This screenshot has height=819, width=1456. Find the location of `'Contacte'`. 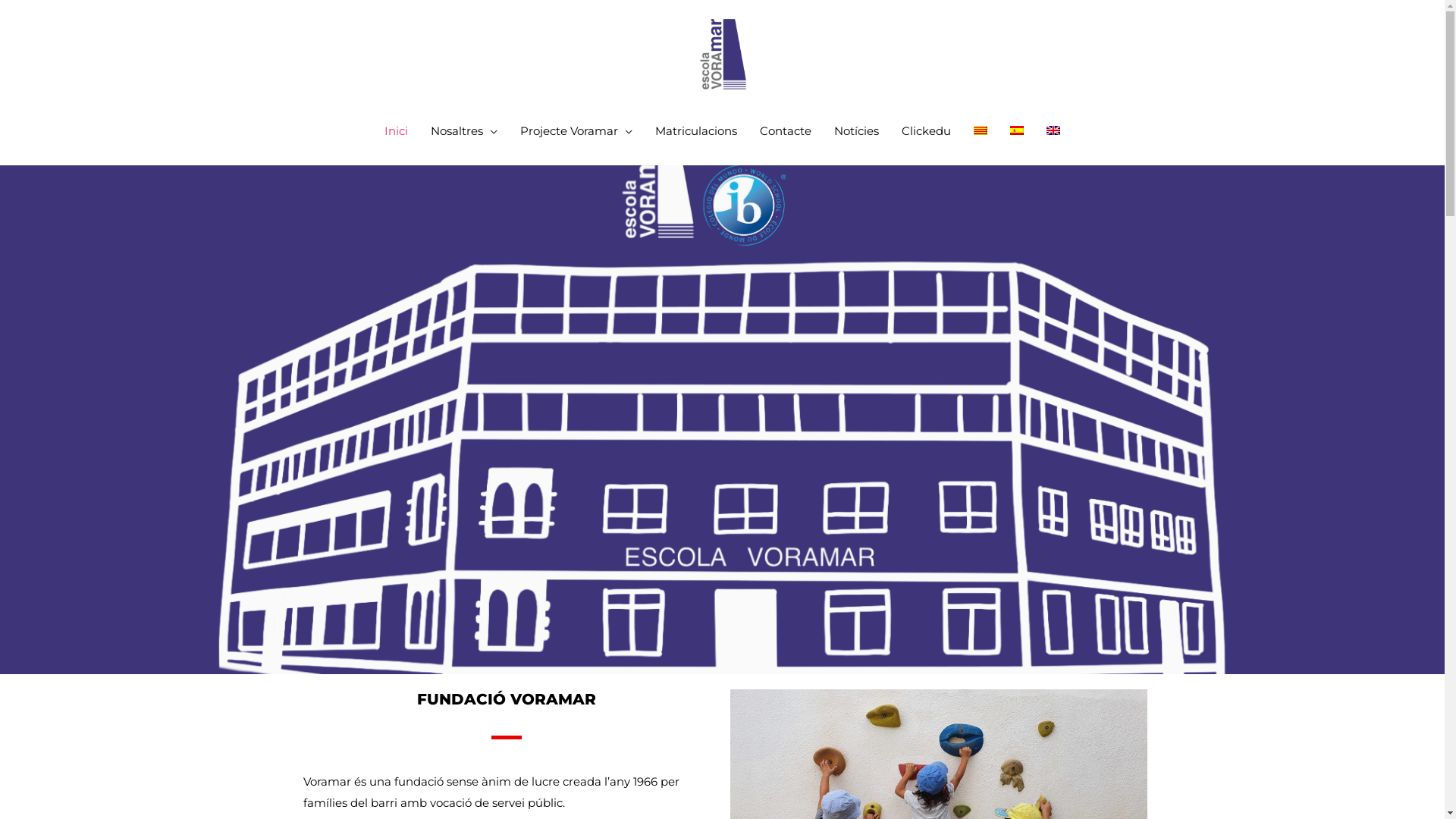

'Contacte' is located at coordinates (786, 130).